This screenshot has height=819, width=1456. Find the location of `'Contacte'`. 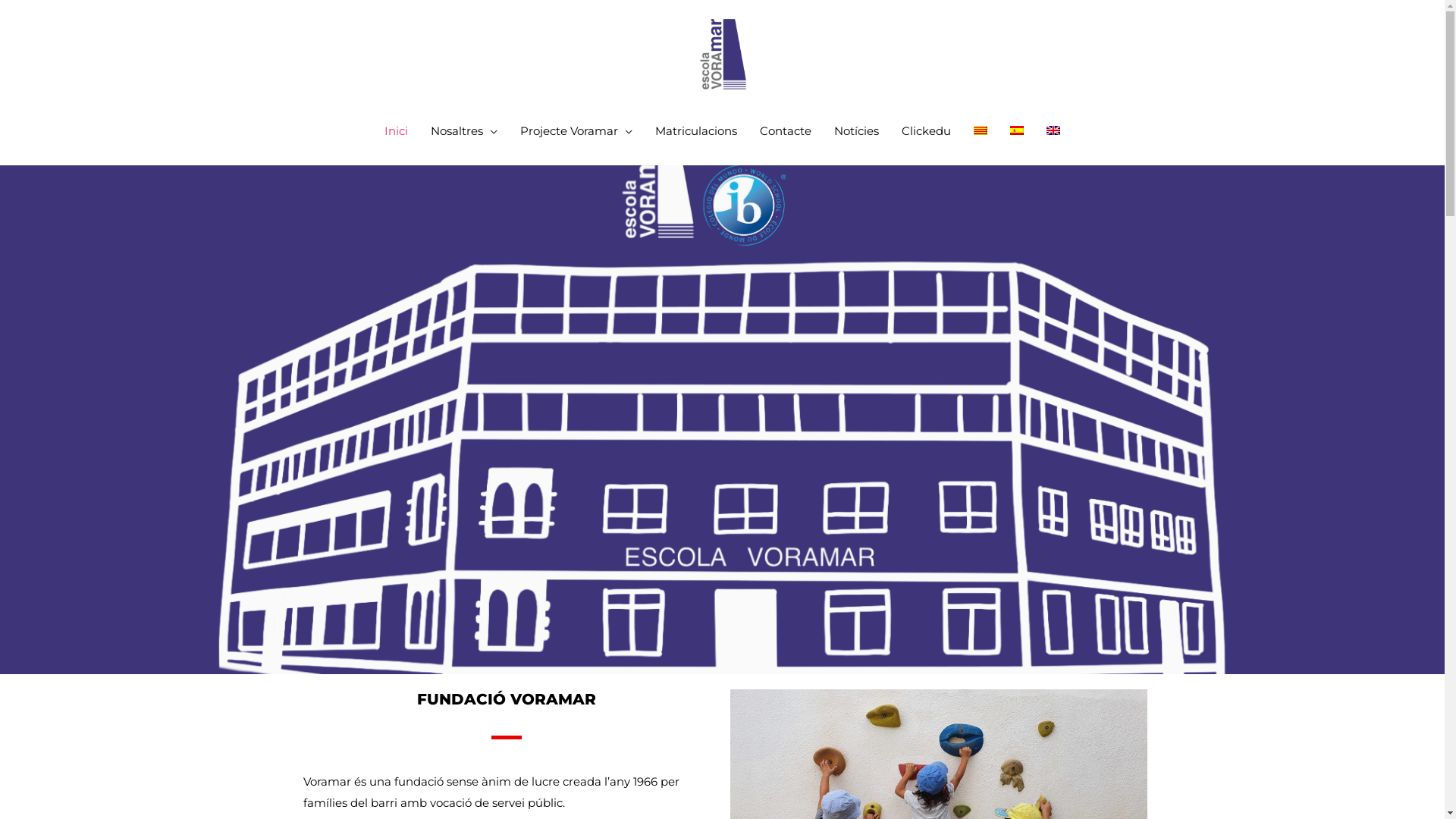

'Contacte' is located at coordinates (786, 130).